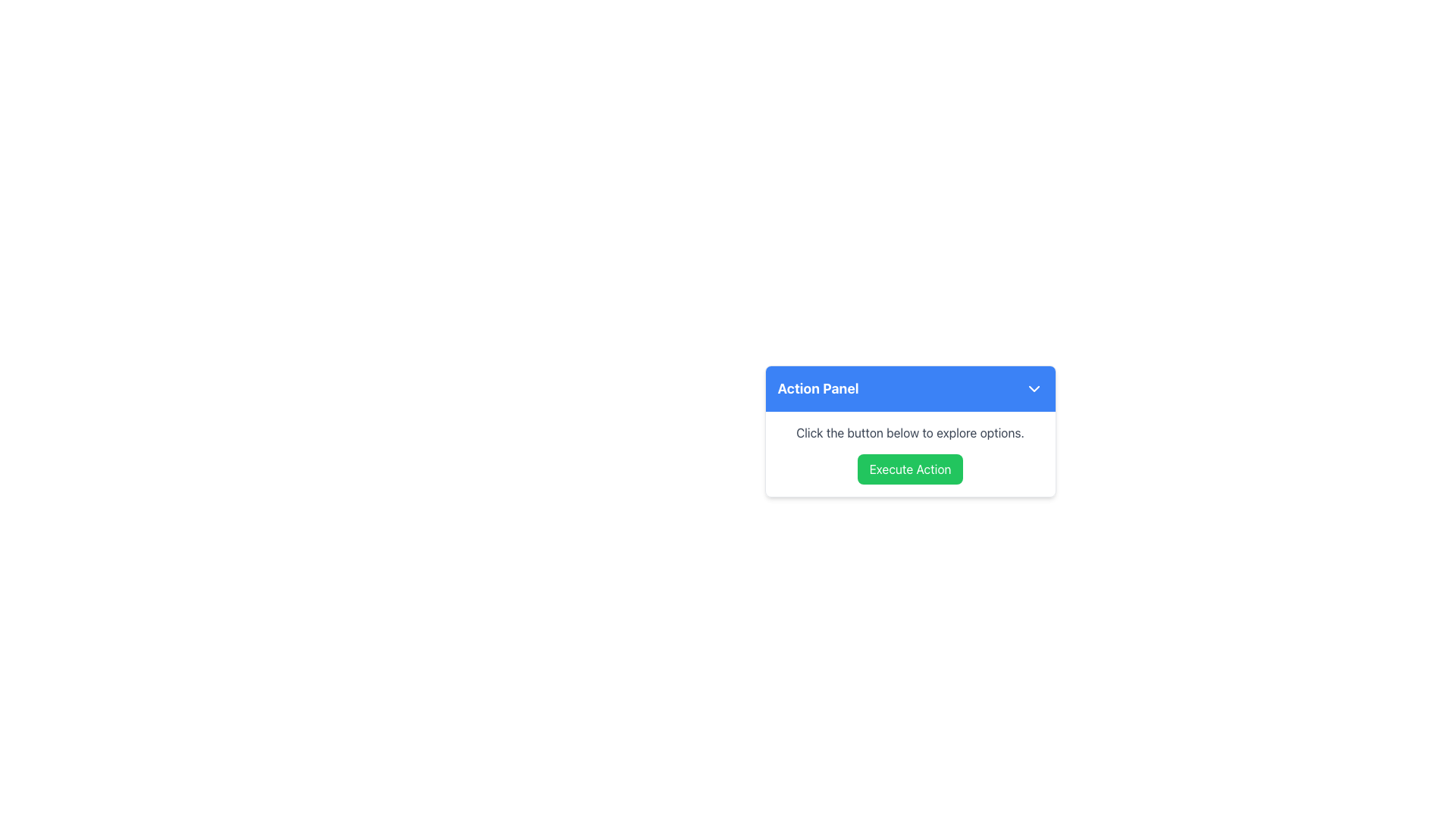 This screenshot has width=1456, height=819. I want to click on the toggle icon button, so click(1033, 388).